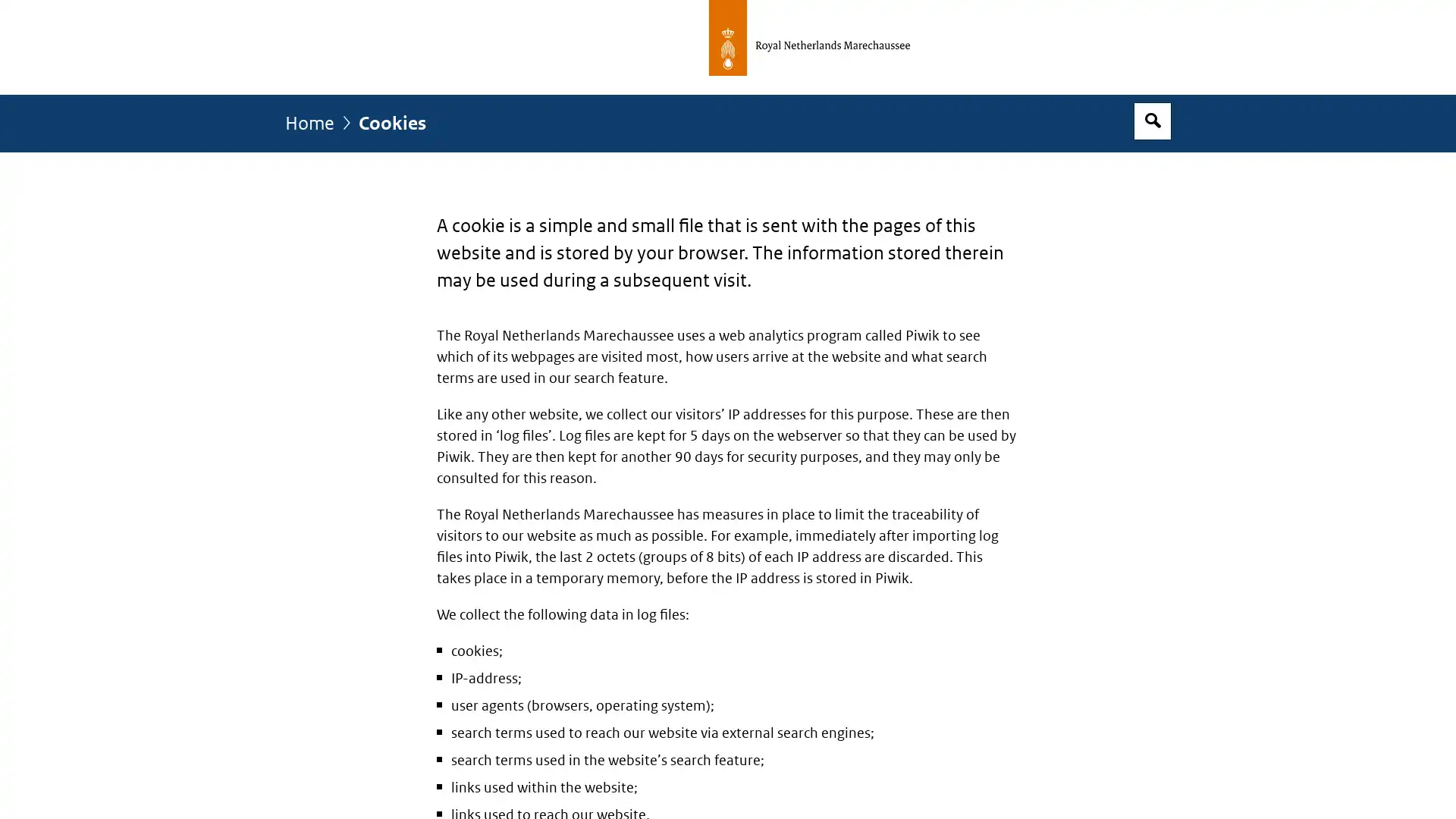 This screenshot has width=1456, height=819. What do you see at coordinates (1153, 120) in the screenshot?
I see `Open search box` at bounding box center [1153, 120].